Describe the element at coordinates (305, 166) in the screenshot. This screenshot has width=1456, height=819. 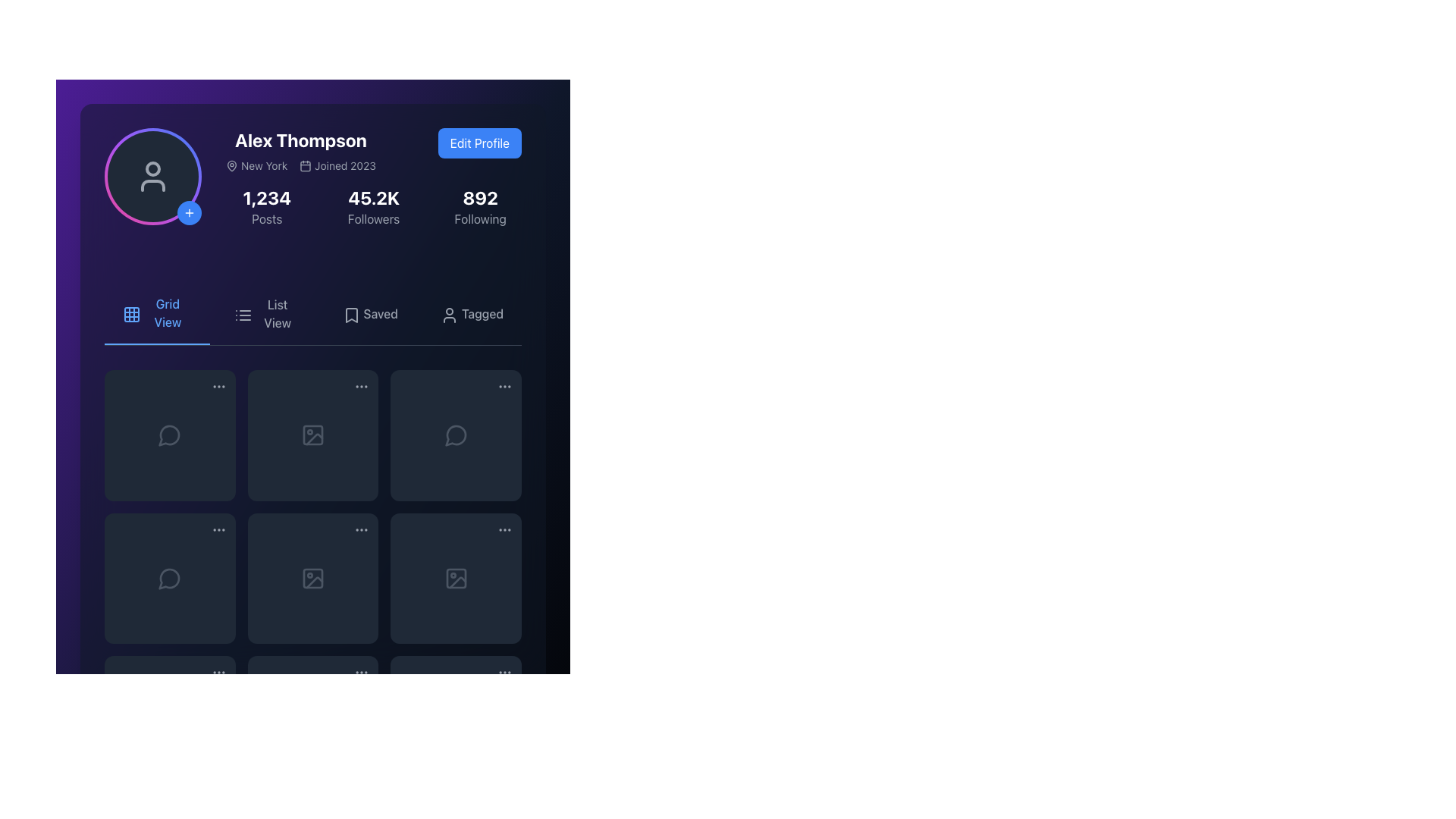
I see `the non-interactive background shape of the calendar icon that complements the 'Joined' date for user 'Alex Thompson'` at that location.